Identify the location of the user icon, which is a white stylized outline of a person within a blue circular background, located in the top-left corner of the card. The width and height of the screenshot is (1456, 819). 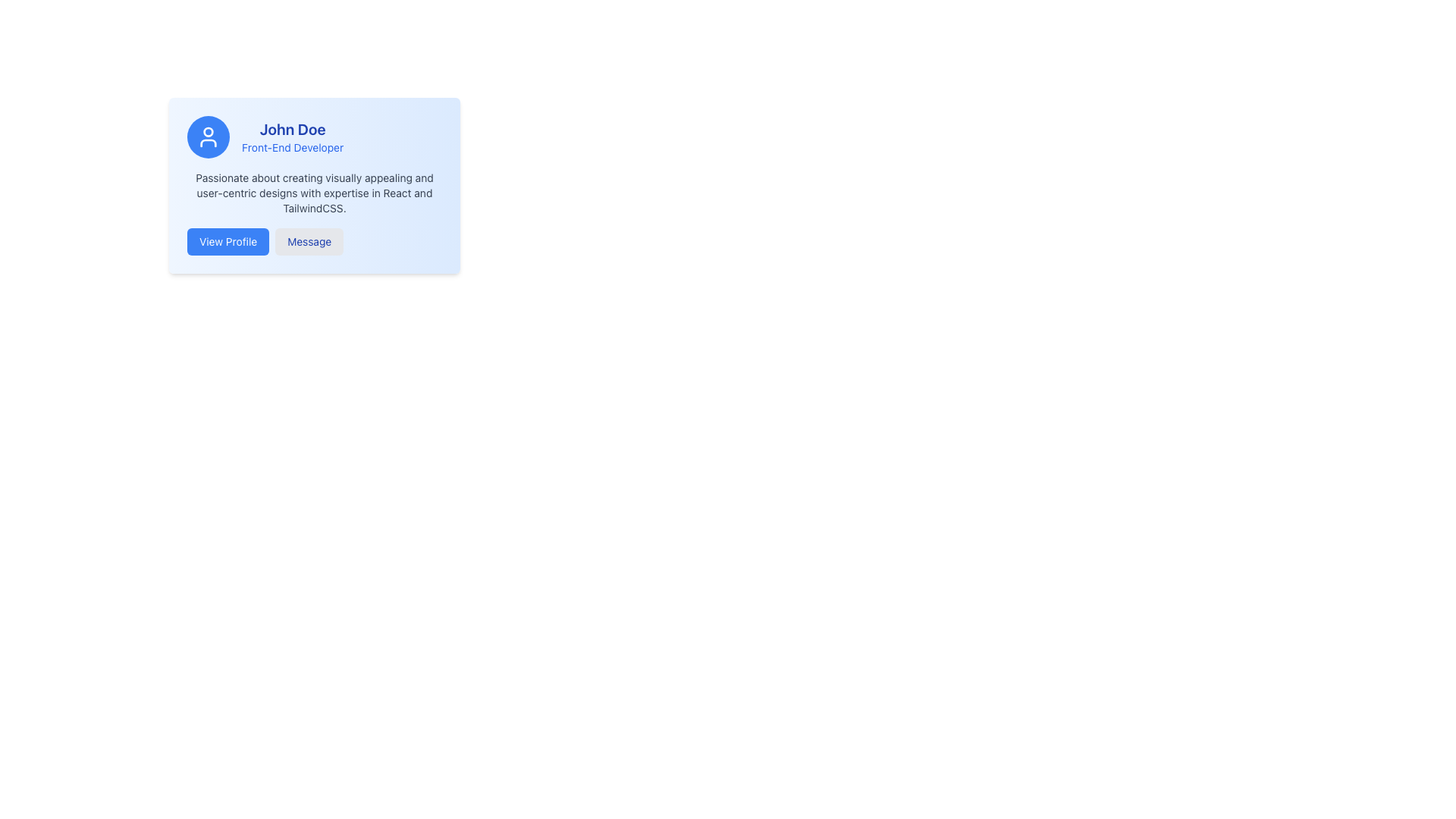
(207, 137).